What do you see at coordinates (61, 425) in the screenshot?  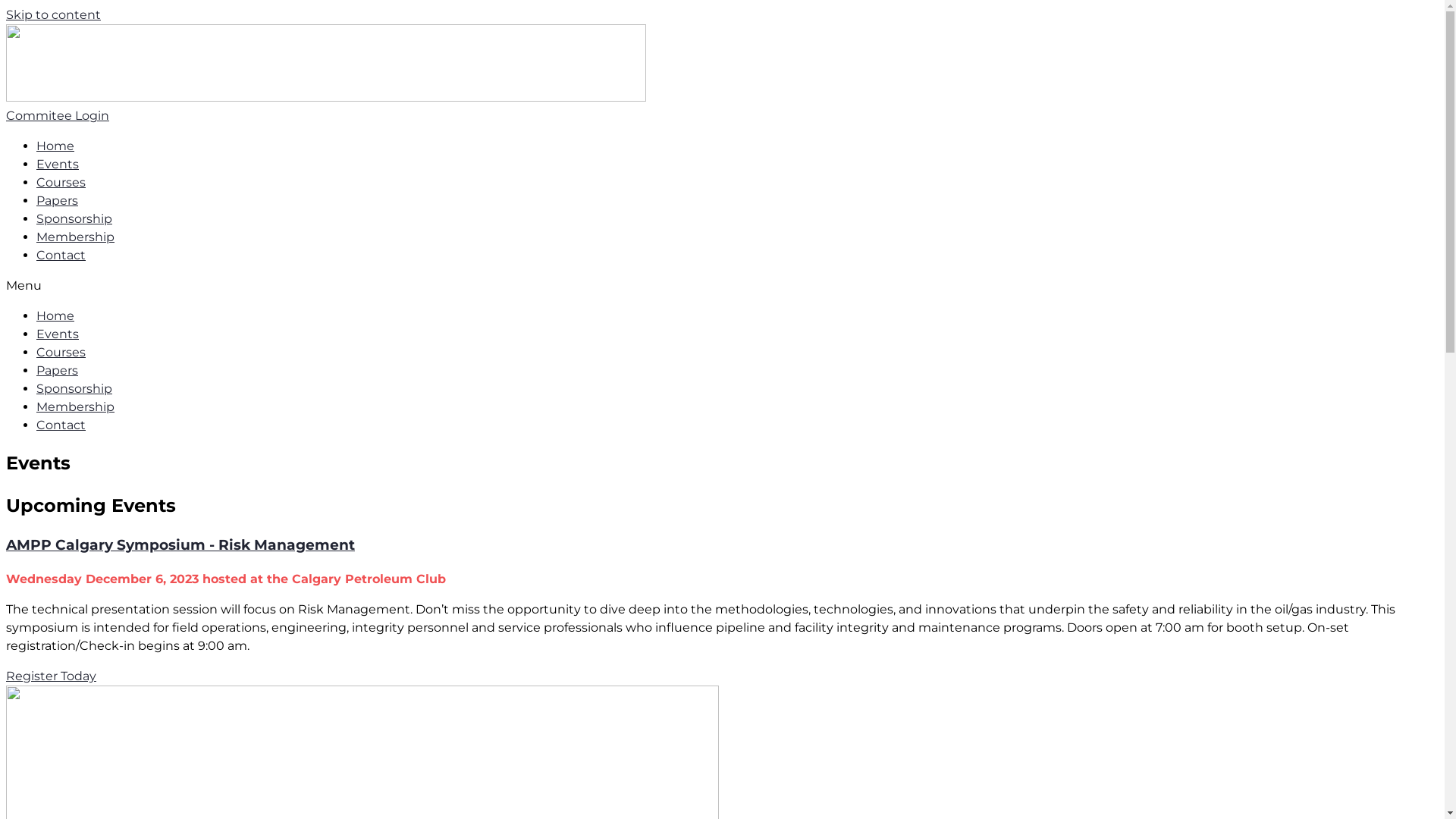 I see `'Contact'` at bounding box center [61, 425].